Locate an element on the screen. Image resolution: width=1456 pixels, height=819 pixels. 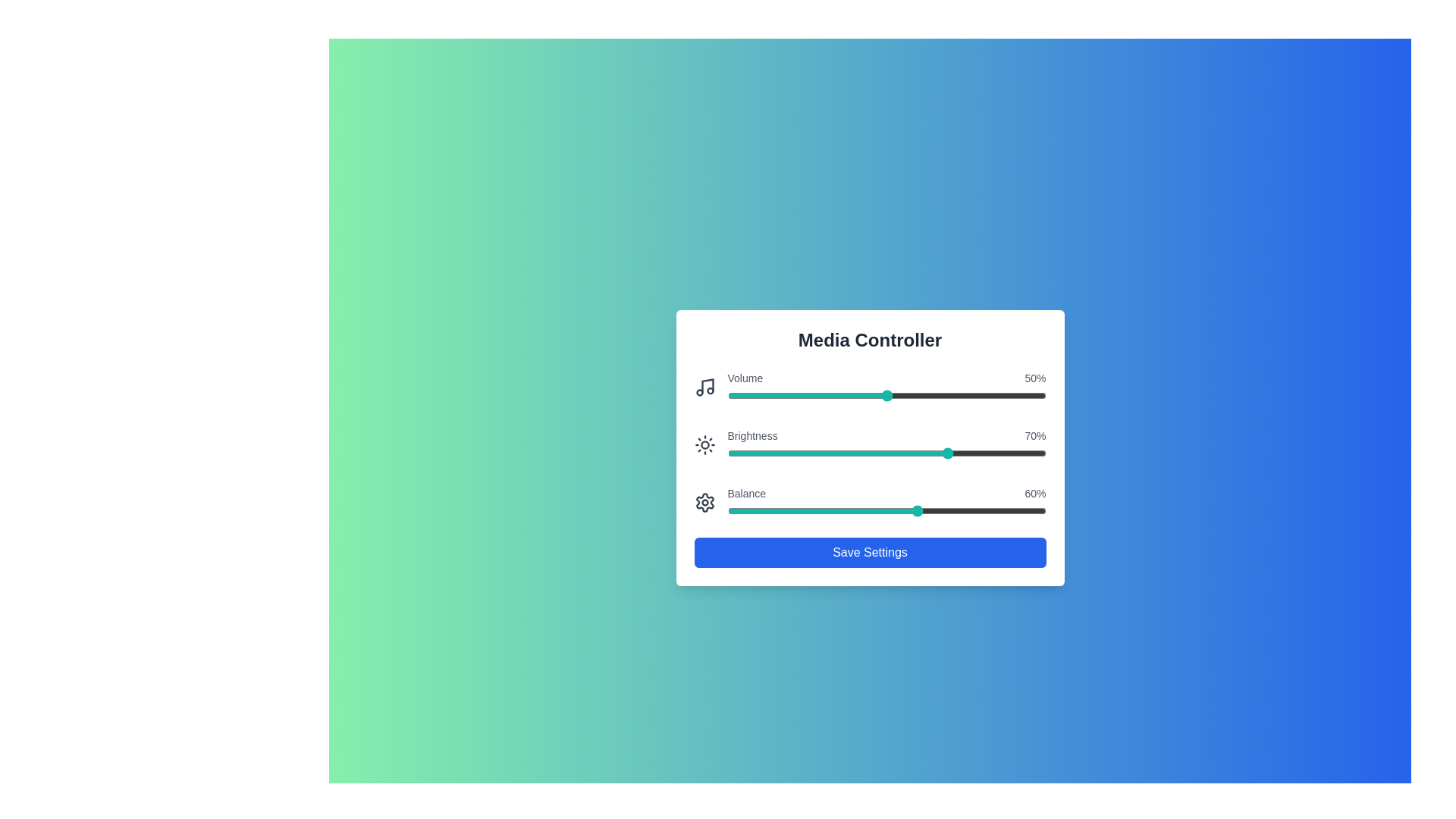
the volume slider to 52% by dragging the slider handle is located at coordinates (893, 394).